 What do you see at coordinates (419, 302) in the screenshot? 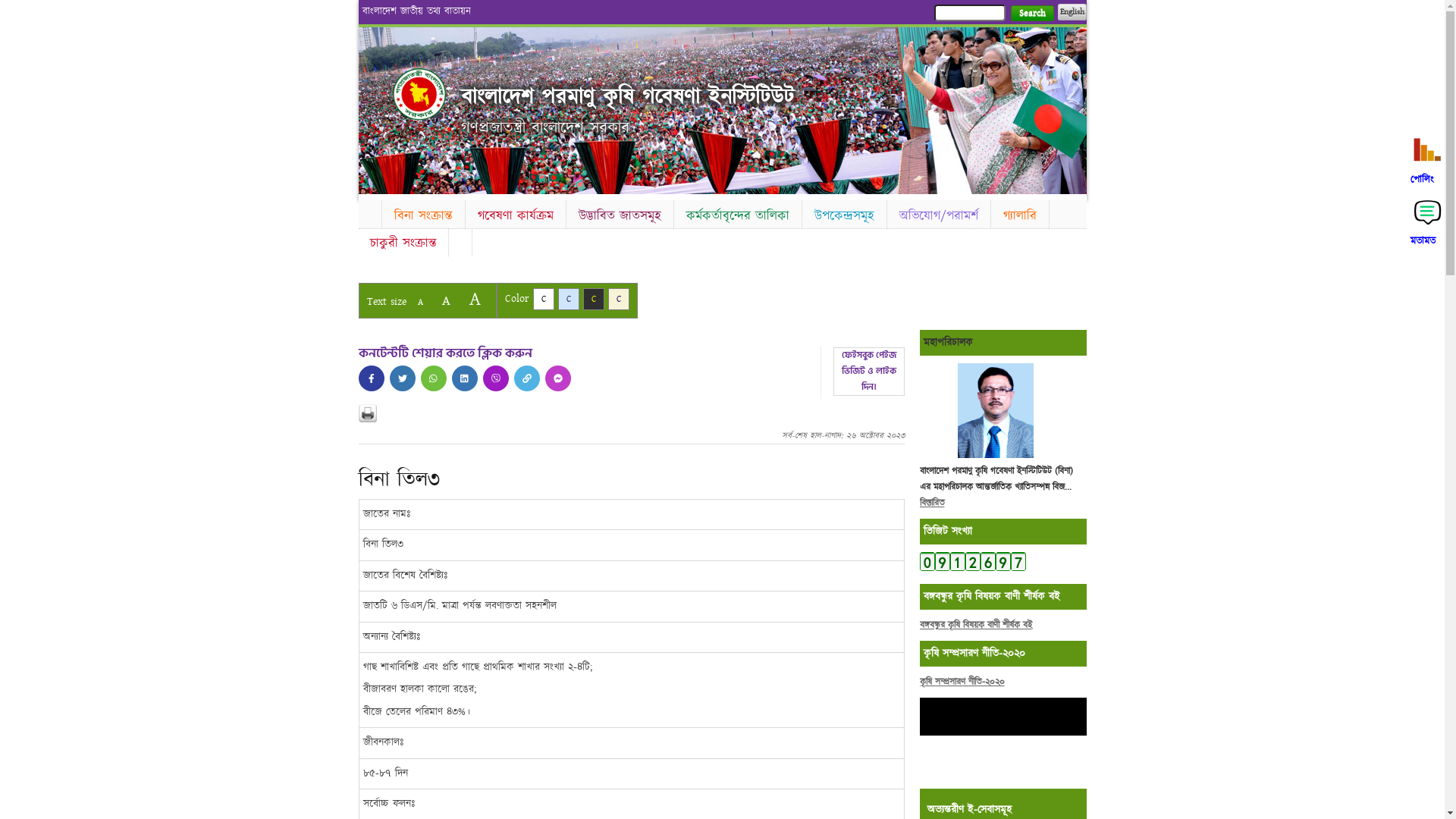
I see `'A'` at bounding box center [419, 302].